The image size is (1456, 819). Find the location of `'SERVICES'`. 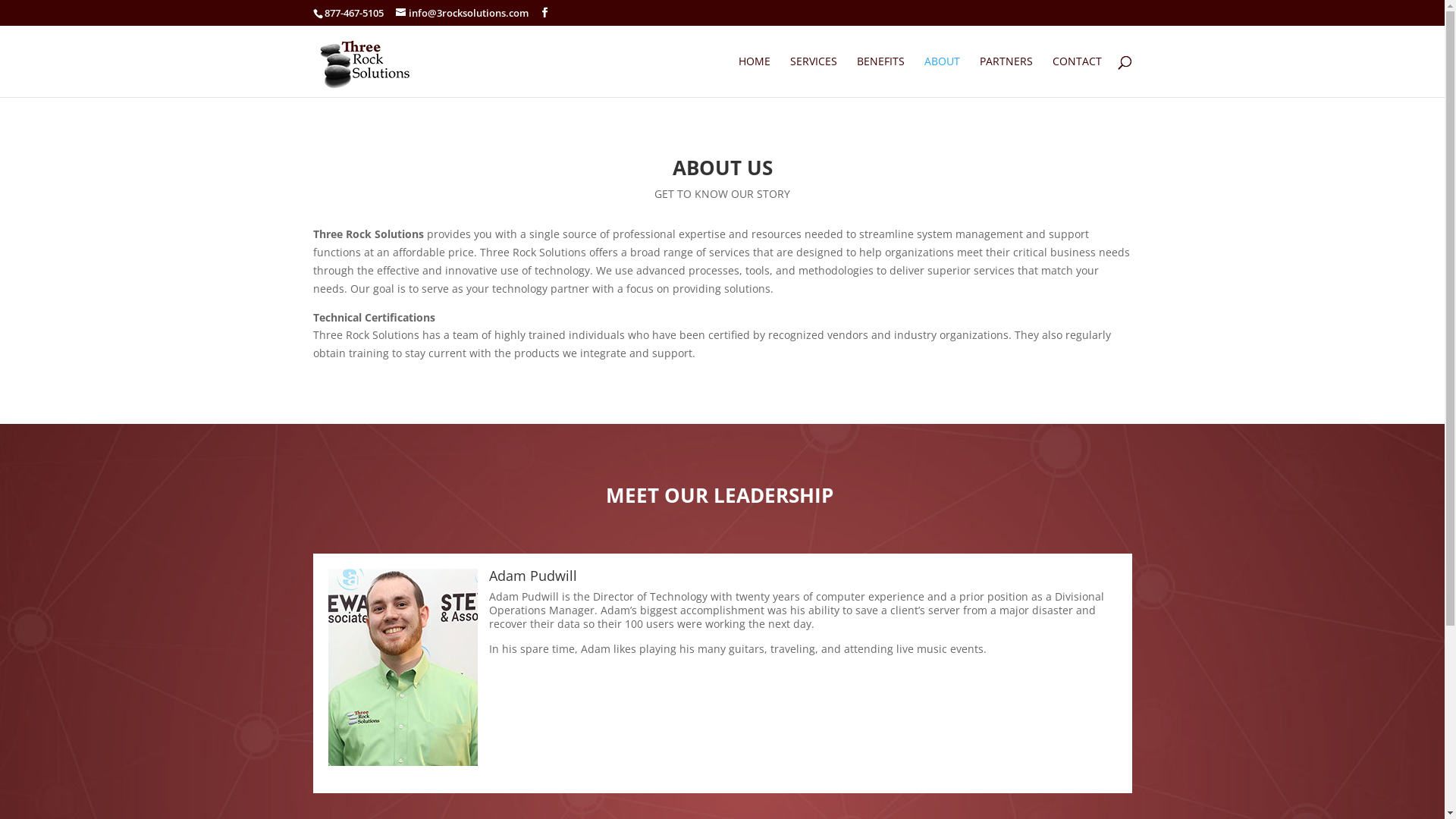

'SERVICES' is located at coordinates (813, 76).